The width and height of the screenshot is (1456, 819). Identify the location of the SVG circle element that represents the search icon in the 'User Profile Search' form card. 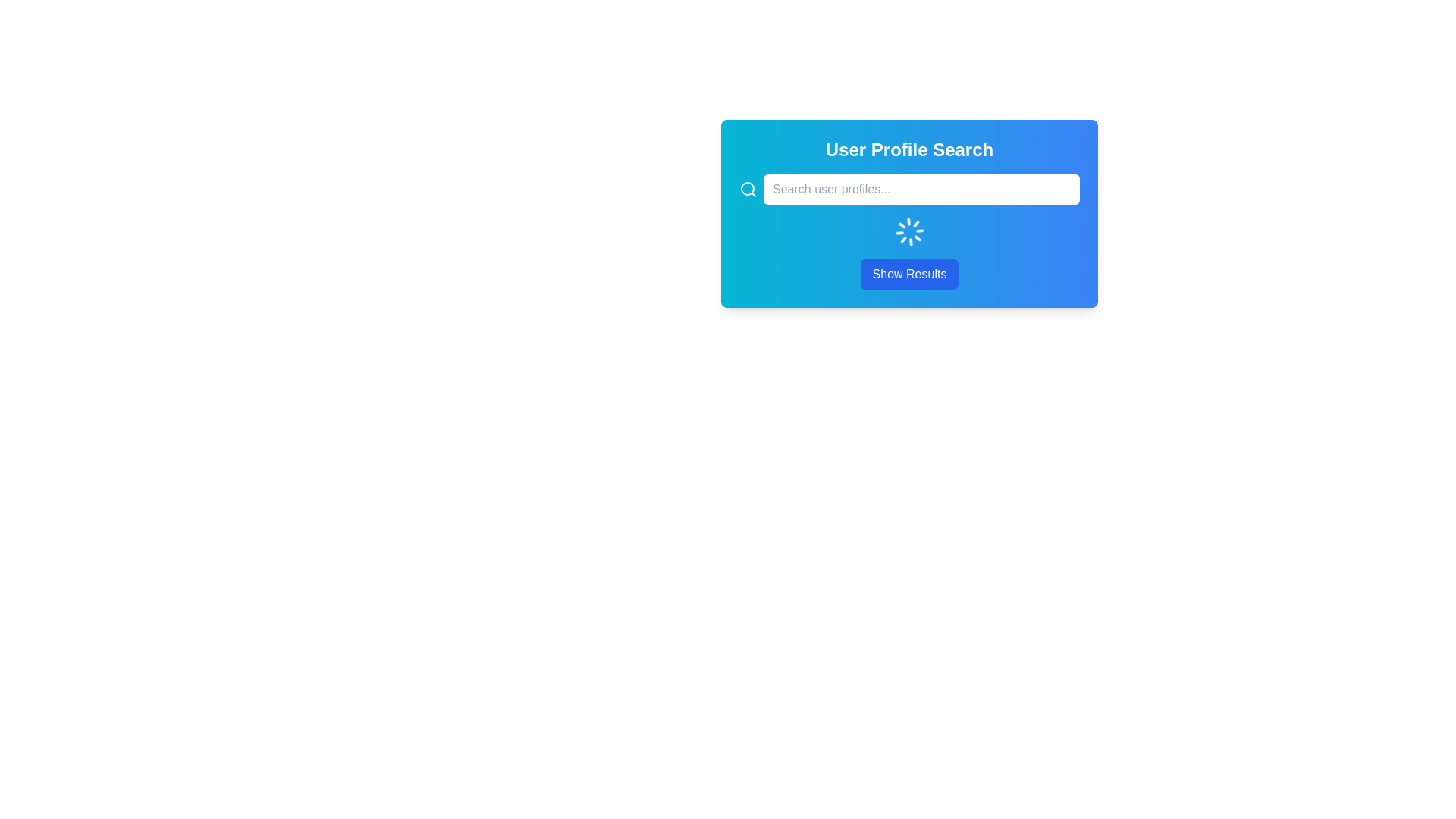
(747, 188).